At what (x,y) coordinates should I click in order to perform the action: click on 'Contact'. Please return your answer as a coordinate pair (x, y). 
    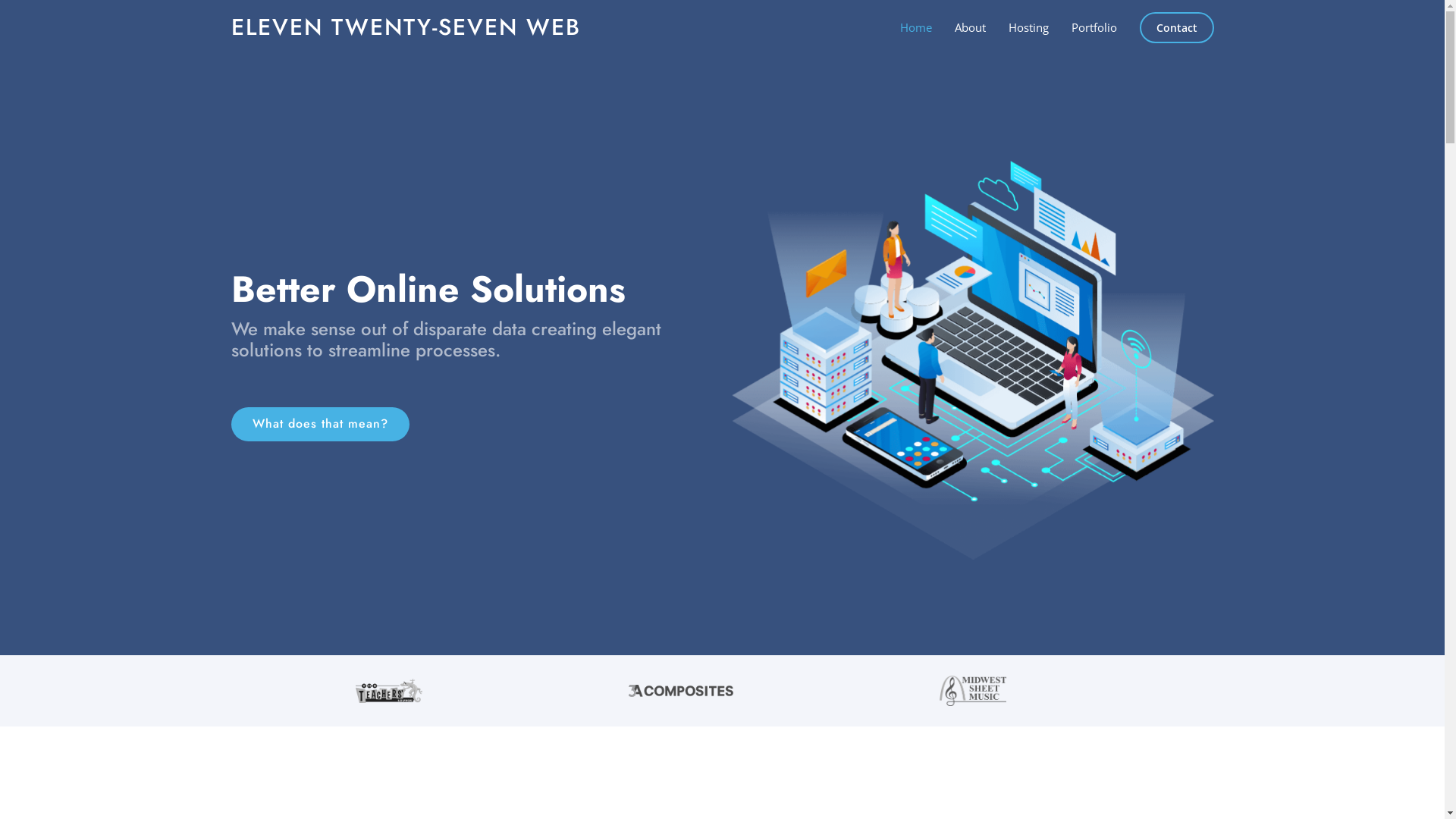
    Looking at the image, I should click on (1175, 27).